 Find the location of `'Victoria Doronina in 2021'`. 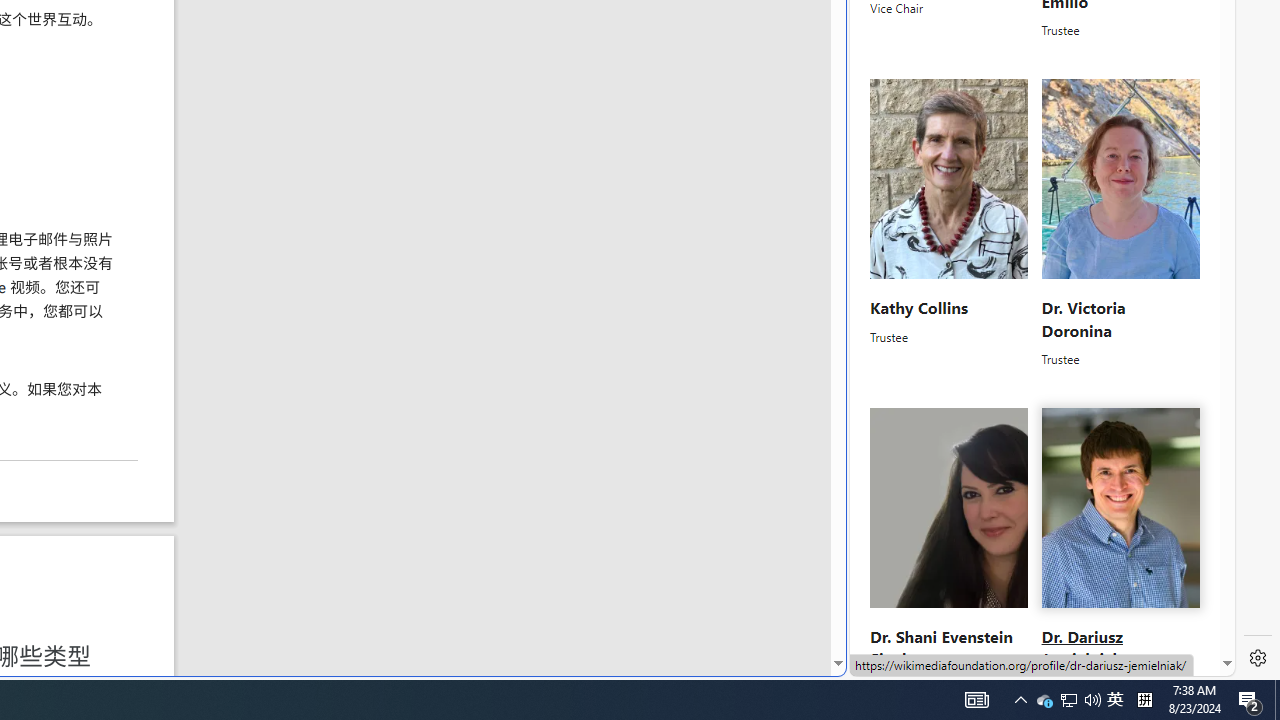

'Victoria Doronina in 2021' is located at coordinates (1120, 178).